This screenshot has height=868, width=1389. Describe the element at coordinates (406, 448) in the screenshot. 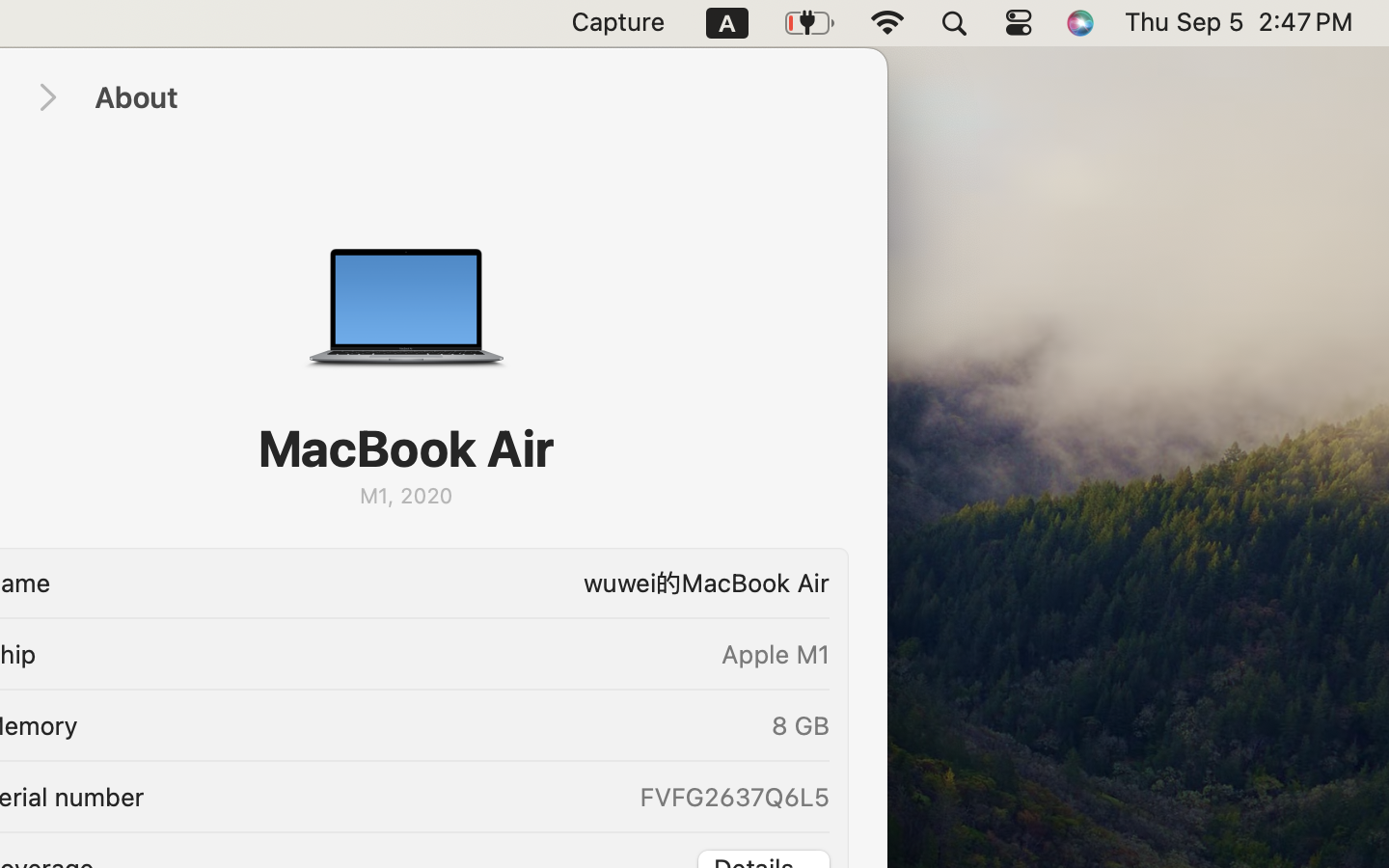

I see `'MacBook Air'` at that location.